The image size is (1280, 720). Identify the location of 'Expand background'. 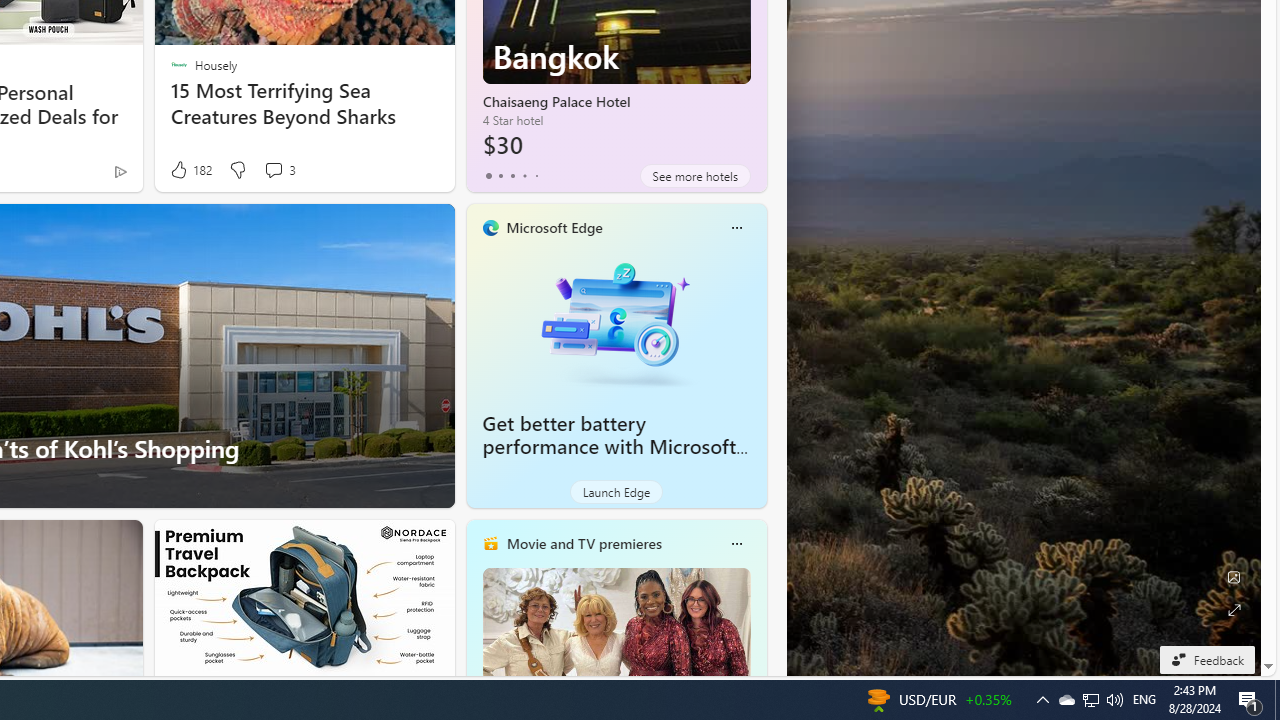
(1232, 609).